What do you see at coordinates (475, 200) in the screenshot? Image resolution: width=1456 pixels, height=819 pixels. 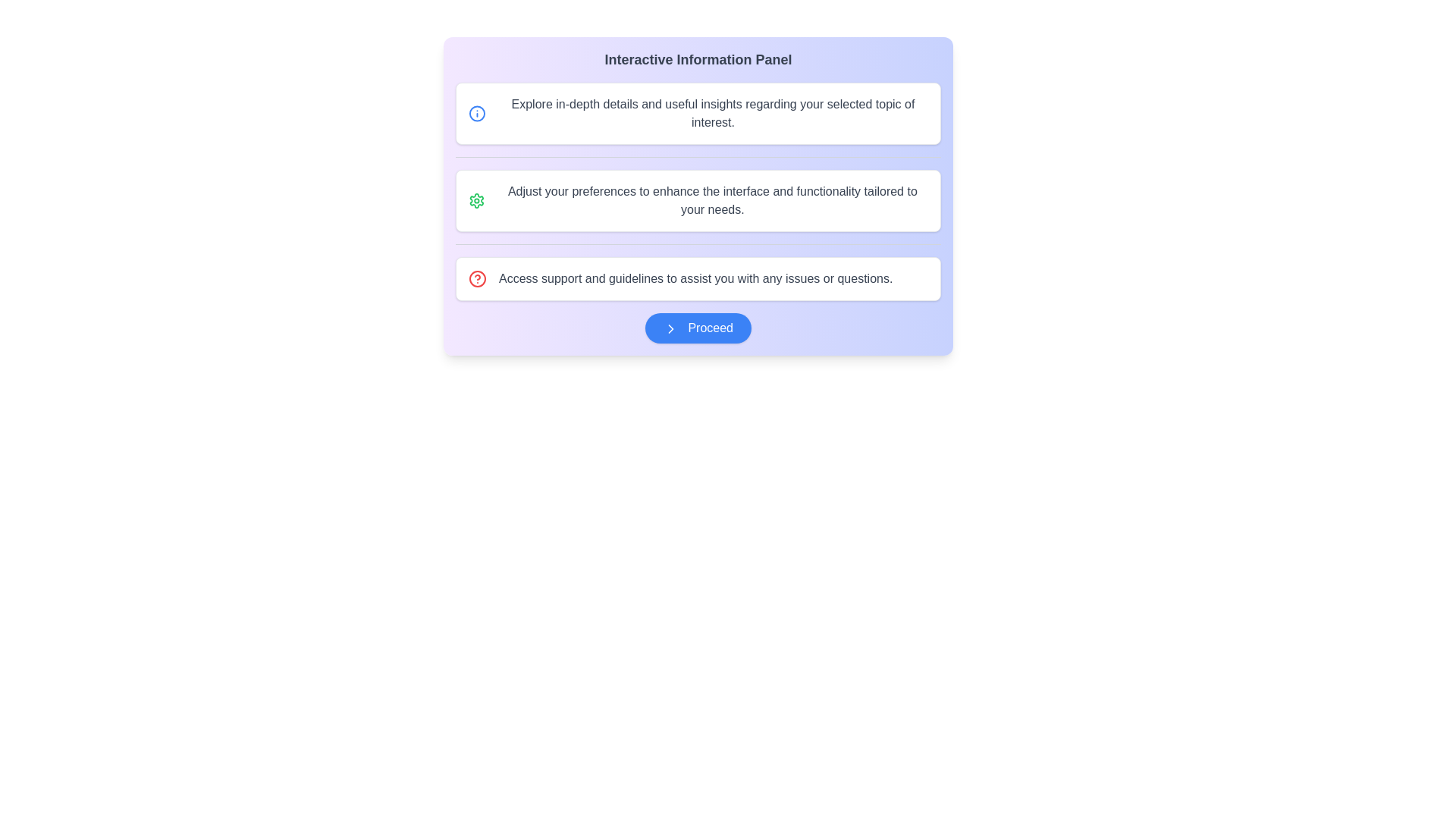 I see `the green gear icon representing settings, located in the second option panel next to the text 'Adjust your preferences to enhance the interface and functionality tailored to your needs.'` at bounding box center [475, 200].